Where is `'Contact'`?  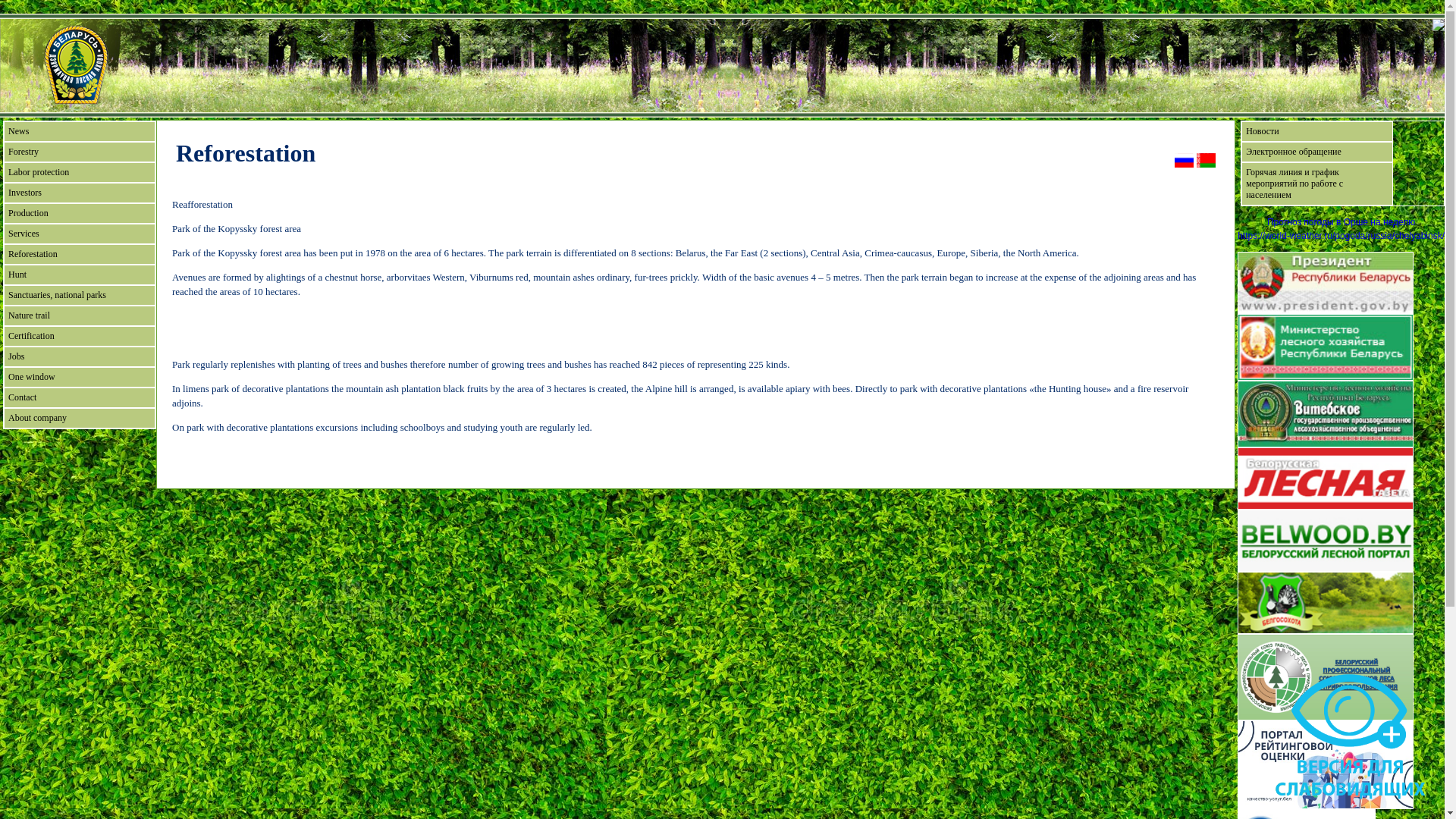
'Contact' is located at coordinates (79, 397).